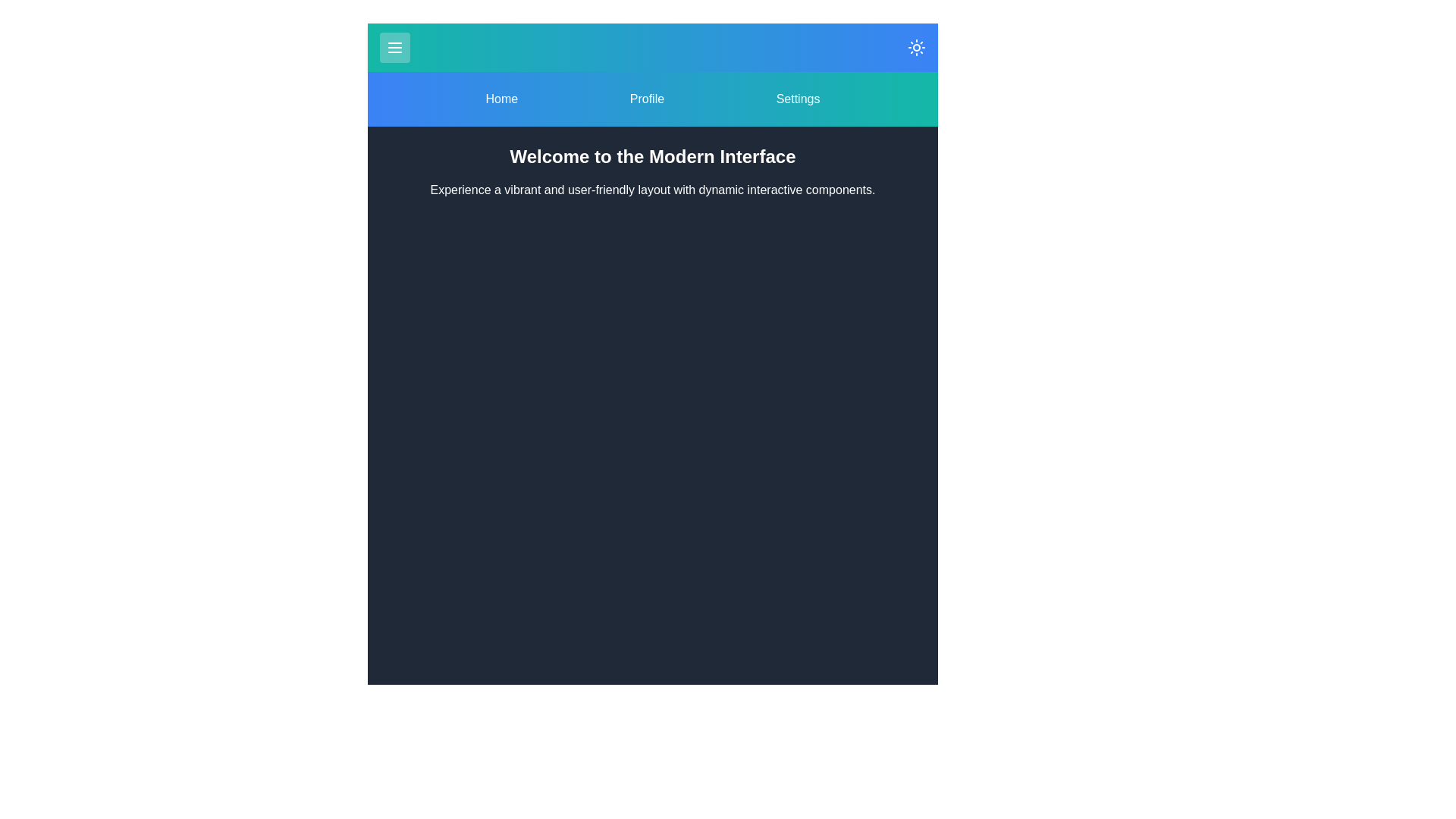 This screenshot has width=1456, height=819. What do you see at coordinates (796, 99) in the screenshot?
I see `the 'Settings' button to navigate to the Settings section` at bounding box center [796, 99].